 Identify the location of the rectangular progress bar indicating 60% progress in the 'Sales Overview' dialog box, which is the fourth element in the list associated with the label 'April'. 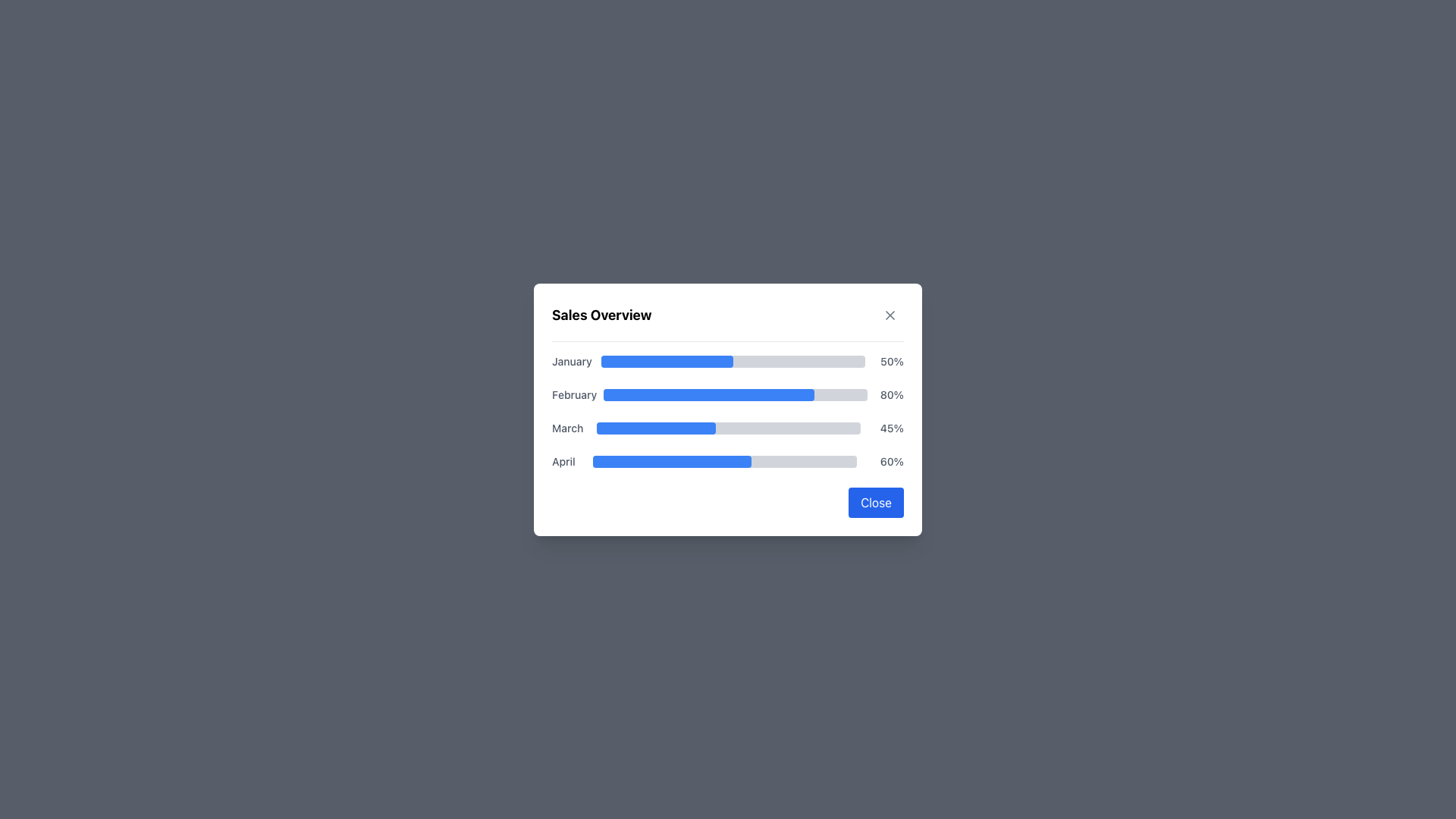
(723, 460).